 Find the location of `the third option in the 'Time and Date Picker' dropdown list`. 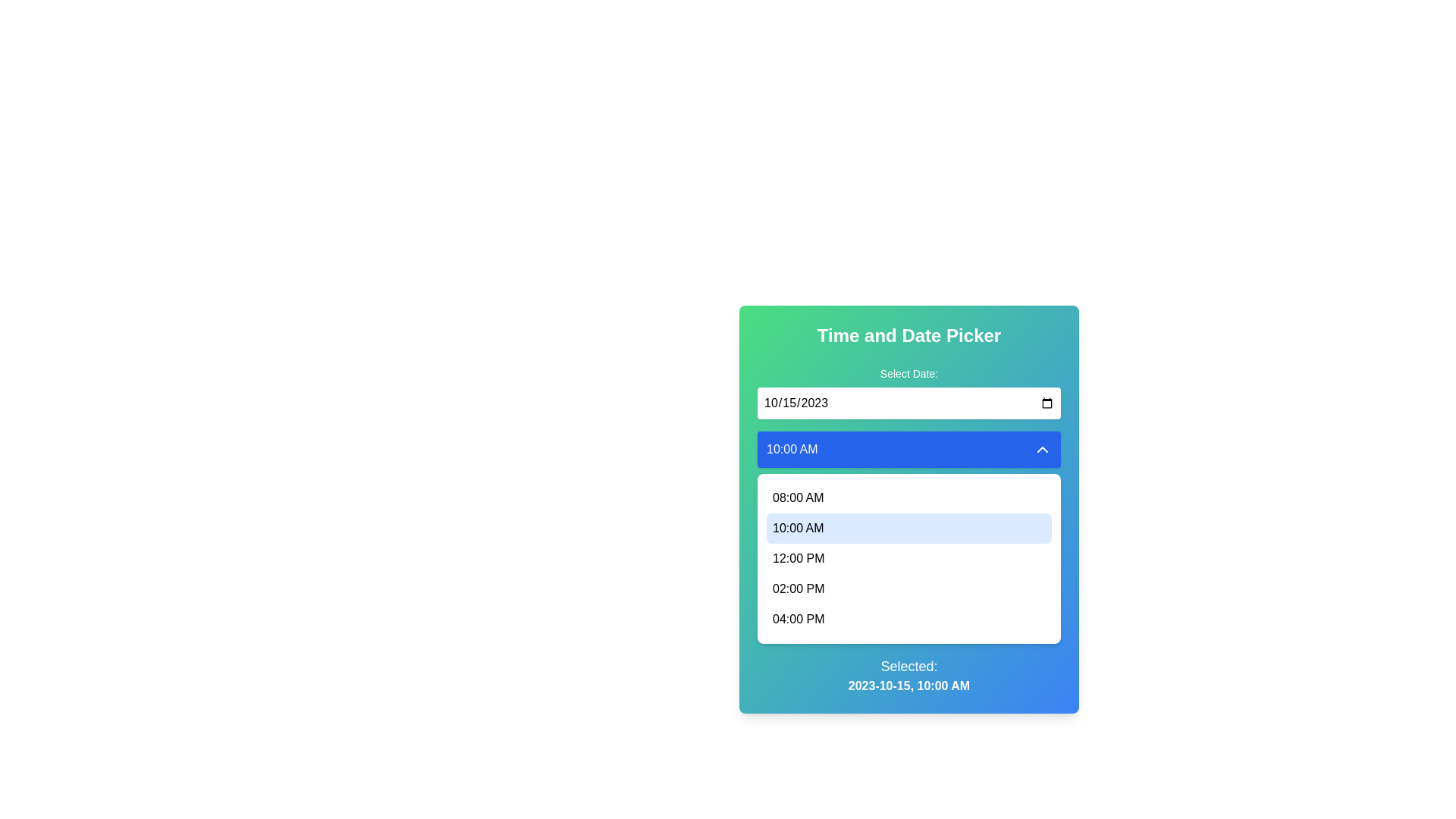

the third option in the 'Time and Date Picker' dropdown list is located at coordinates (798, 558).